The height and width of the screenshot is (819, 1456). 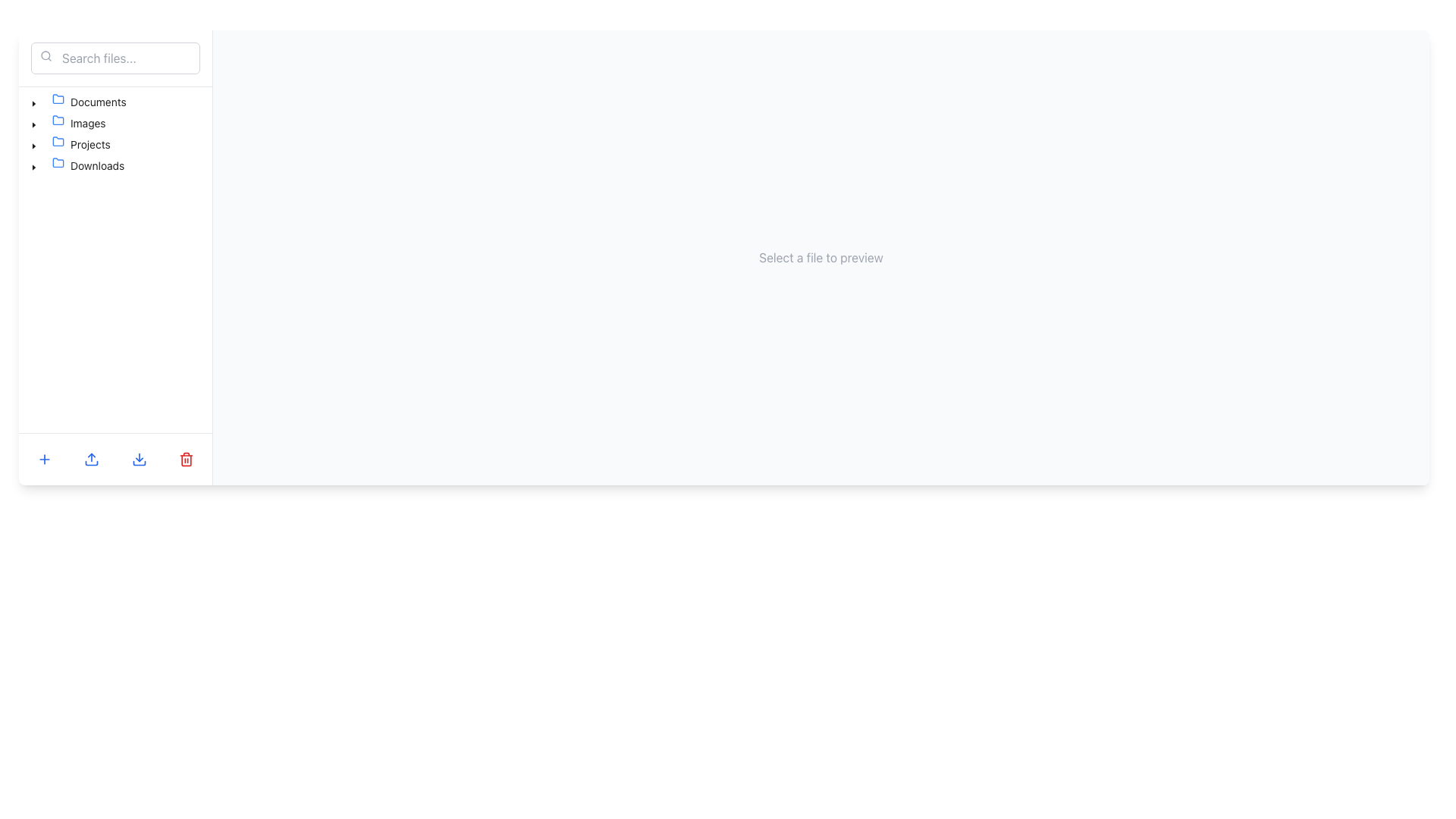 I want to click on the 'Projects' folder item, so click(x=70, y=145).